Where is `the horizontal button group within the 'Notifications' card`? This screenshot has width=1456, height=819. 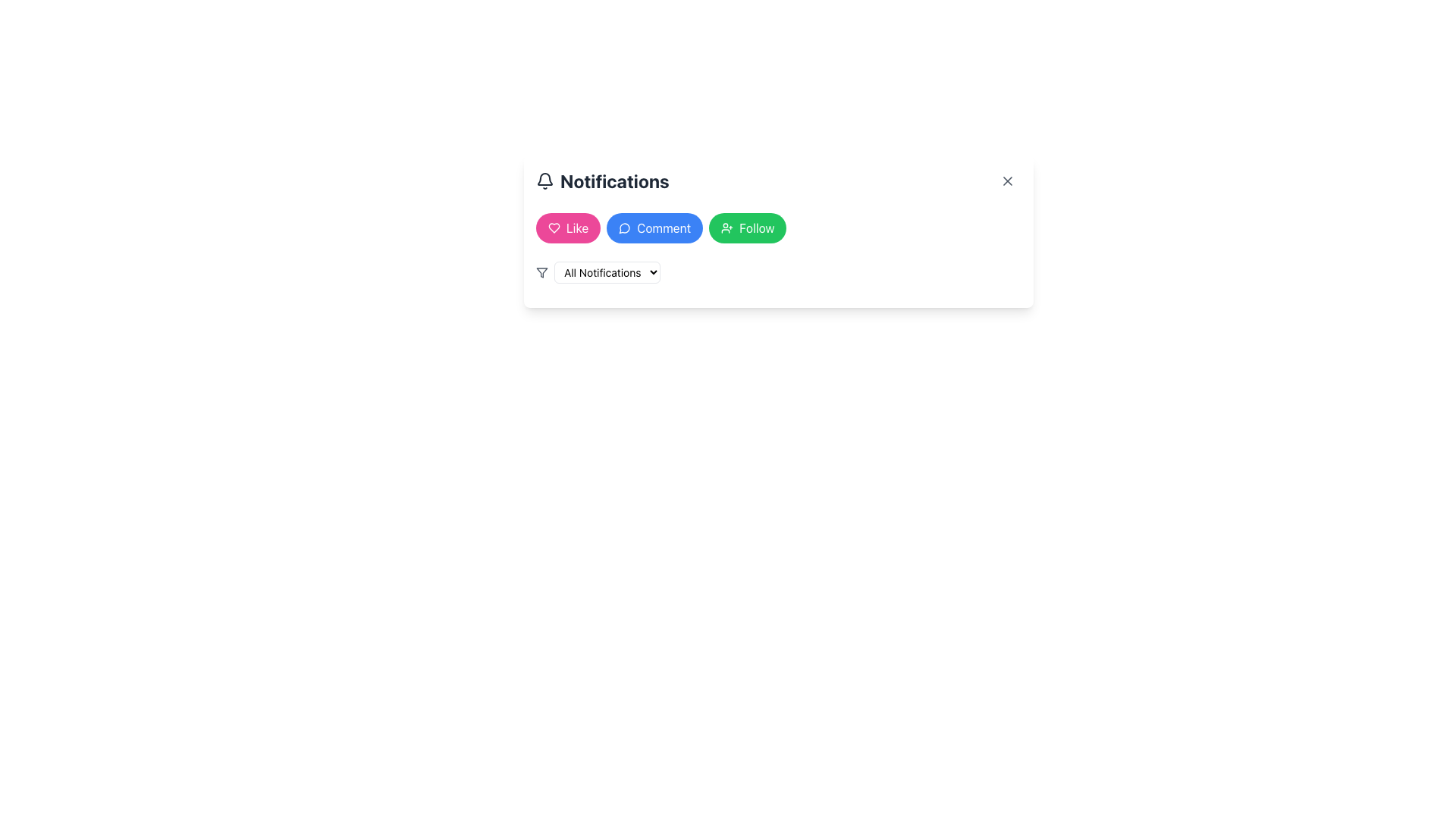
the horizontal button group within the 'Notifications' card is located at coordinates (779, 227).